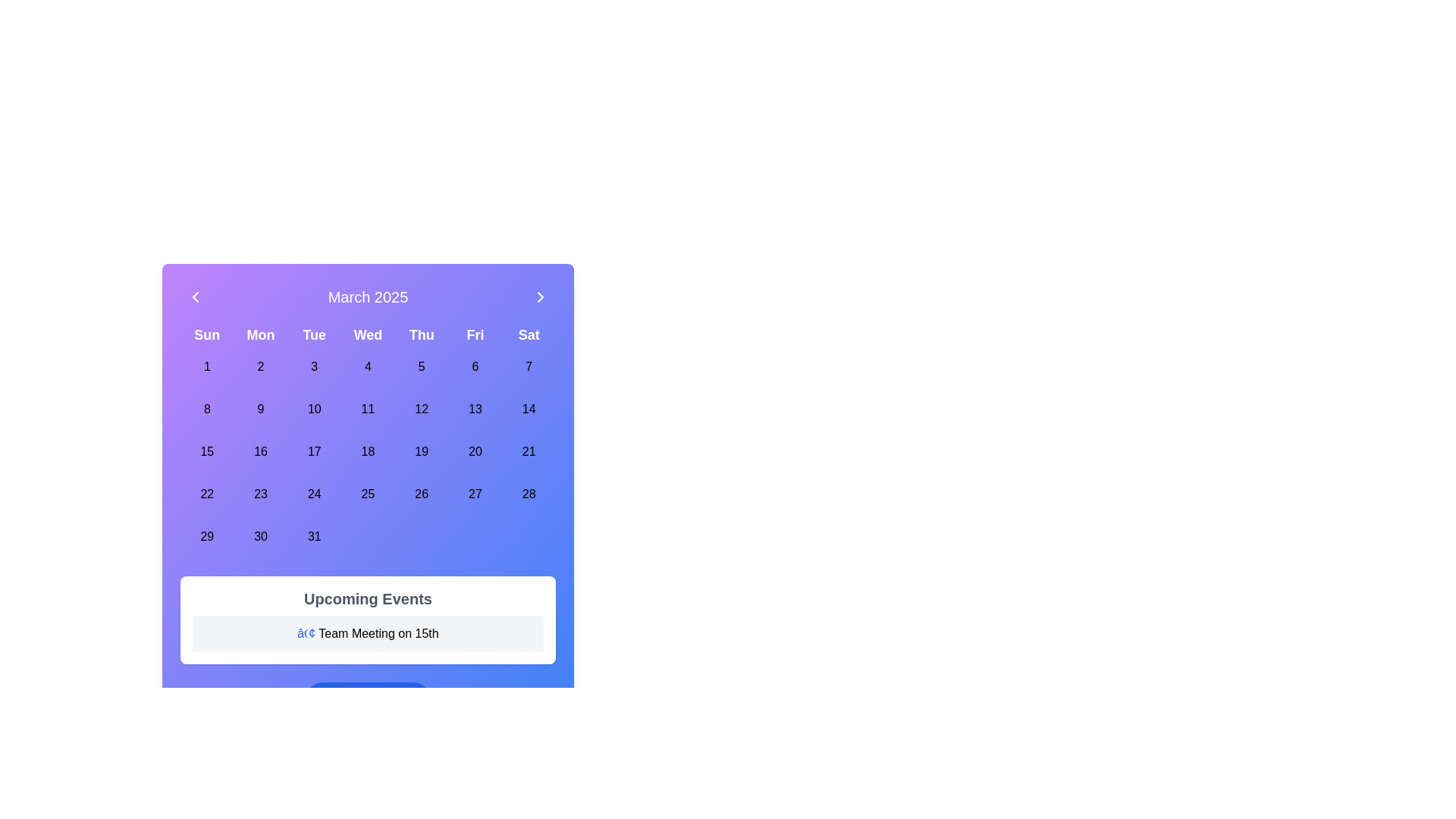 This screenshot has width=1456, height=819. What do you see at coordinates (313, 409) in the screenshot?
I see `the circular button displaying '10' in the center` at bounding box center [313, 409].